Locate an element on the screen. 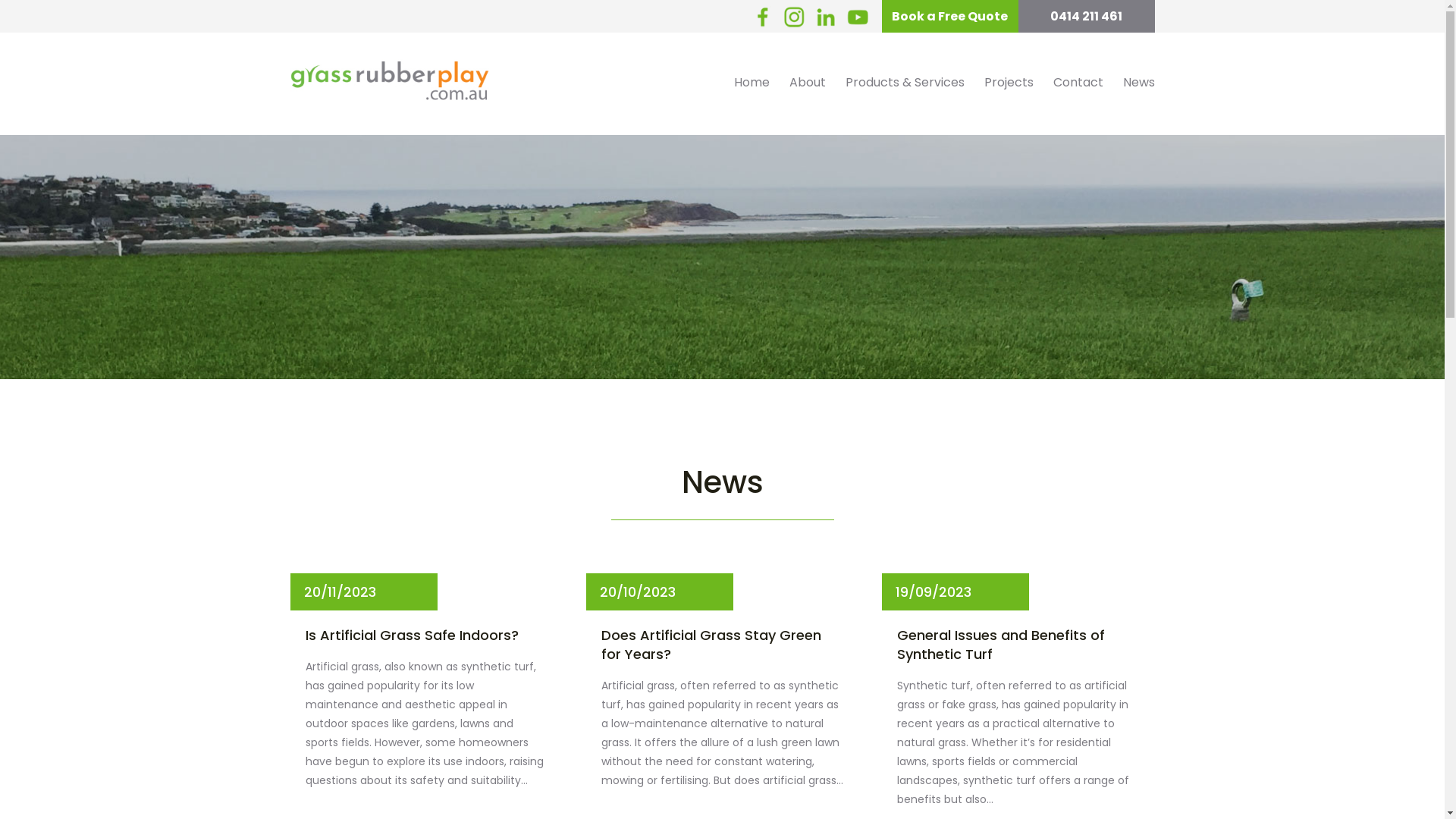  'Products & Services' is located at coordinates (905, 82).